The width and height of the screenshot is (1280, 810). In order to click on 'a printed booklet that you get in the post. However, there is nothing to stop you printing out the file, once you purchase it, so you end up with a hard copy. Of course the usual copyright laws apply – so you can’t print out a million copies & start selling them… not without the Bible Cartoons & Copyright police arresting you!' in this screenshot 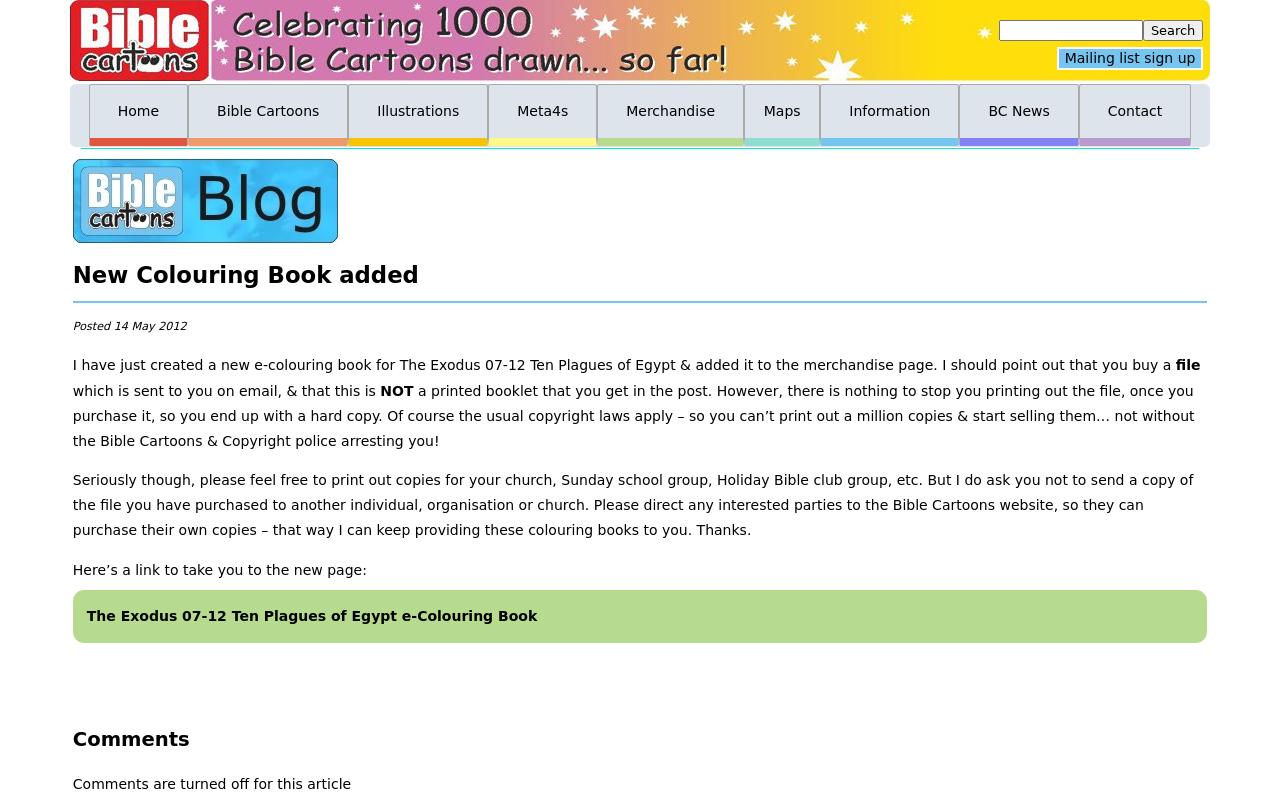, I will do `click(631, 414)`.